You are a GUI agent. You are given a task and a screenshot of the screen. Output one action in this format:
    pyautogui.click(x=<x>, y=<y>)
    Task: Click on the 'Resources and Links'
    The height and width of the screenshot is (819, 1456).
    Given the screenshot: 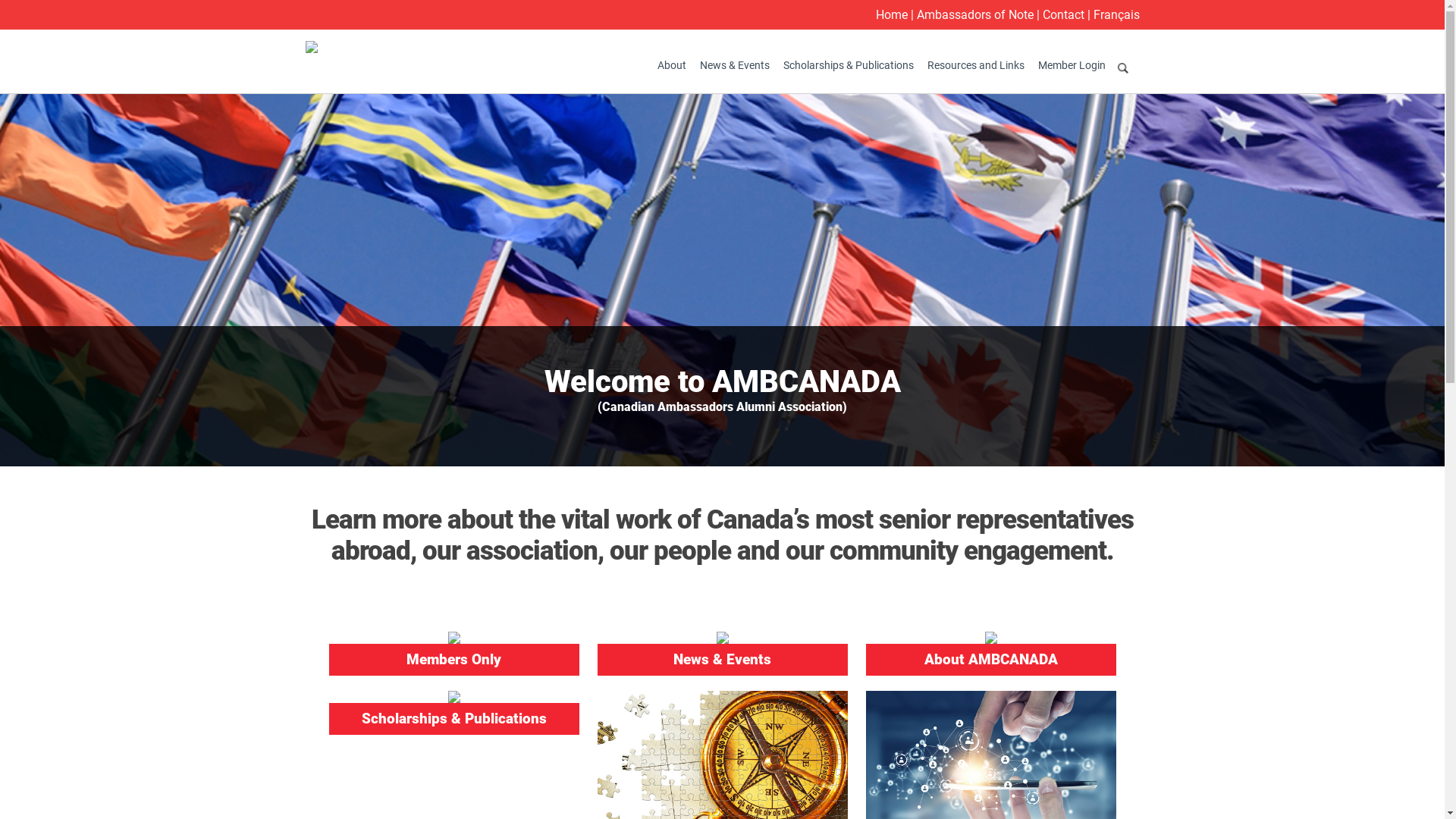 What is the action you would take?
    pyautogui.click(x=975, y=64)
    